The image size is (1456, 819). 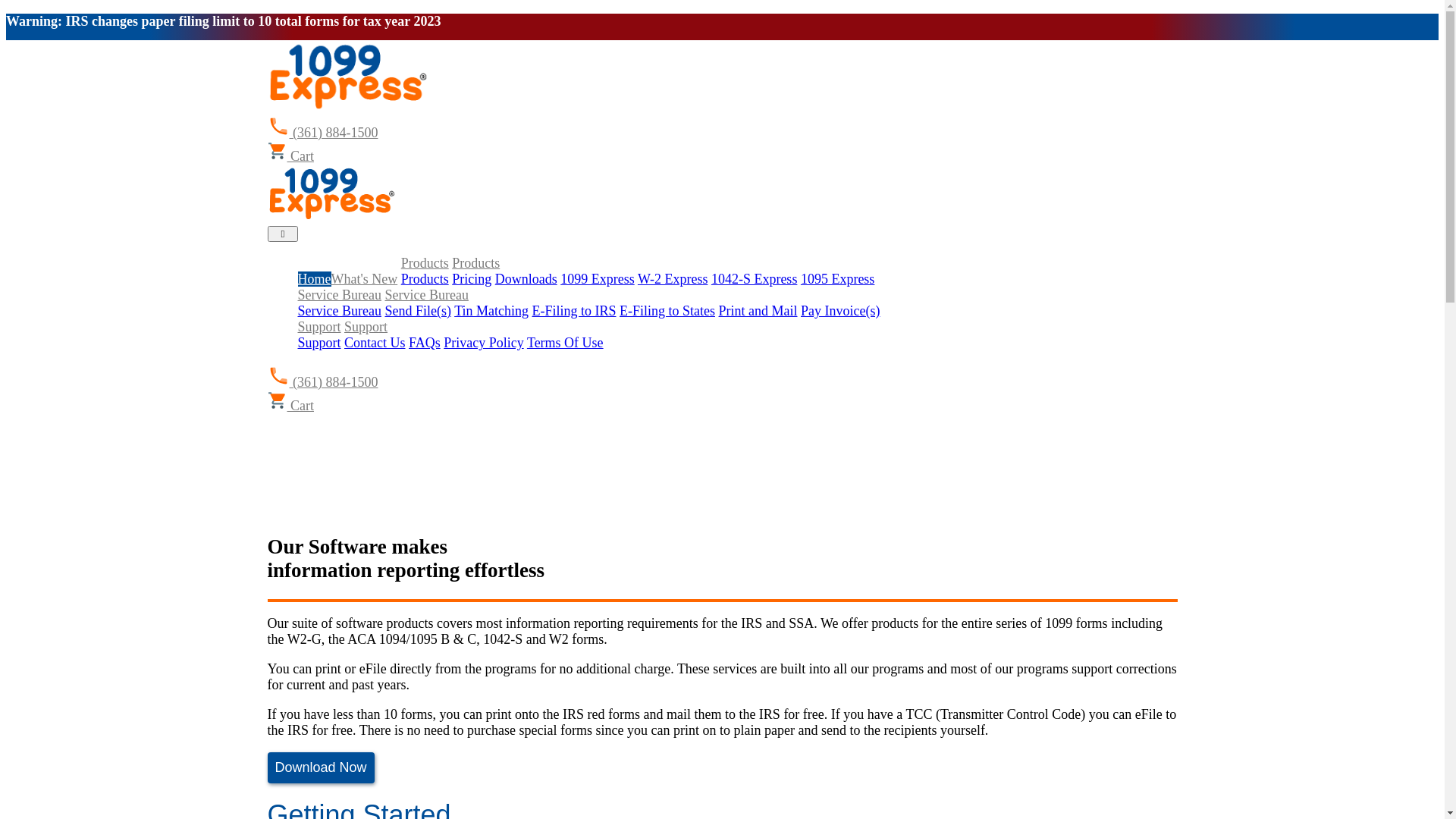 What do you see at coordinates (319, 767) in the screenshot?
I see `'Download Now'` at bounding box center [319, 767].